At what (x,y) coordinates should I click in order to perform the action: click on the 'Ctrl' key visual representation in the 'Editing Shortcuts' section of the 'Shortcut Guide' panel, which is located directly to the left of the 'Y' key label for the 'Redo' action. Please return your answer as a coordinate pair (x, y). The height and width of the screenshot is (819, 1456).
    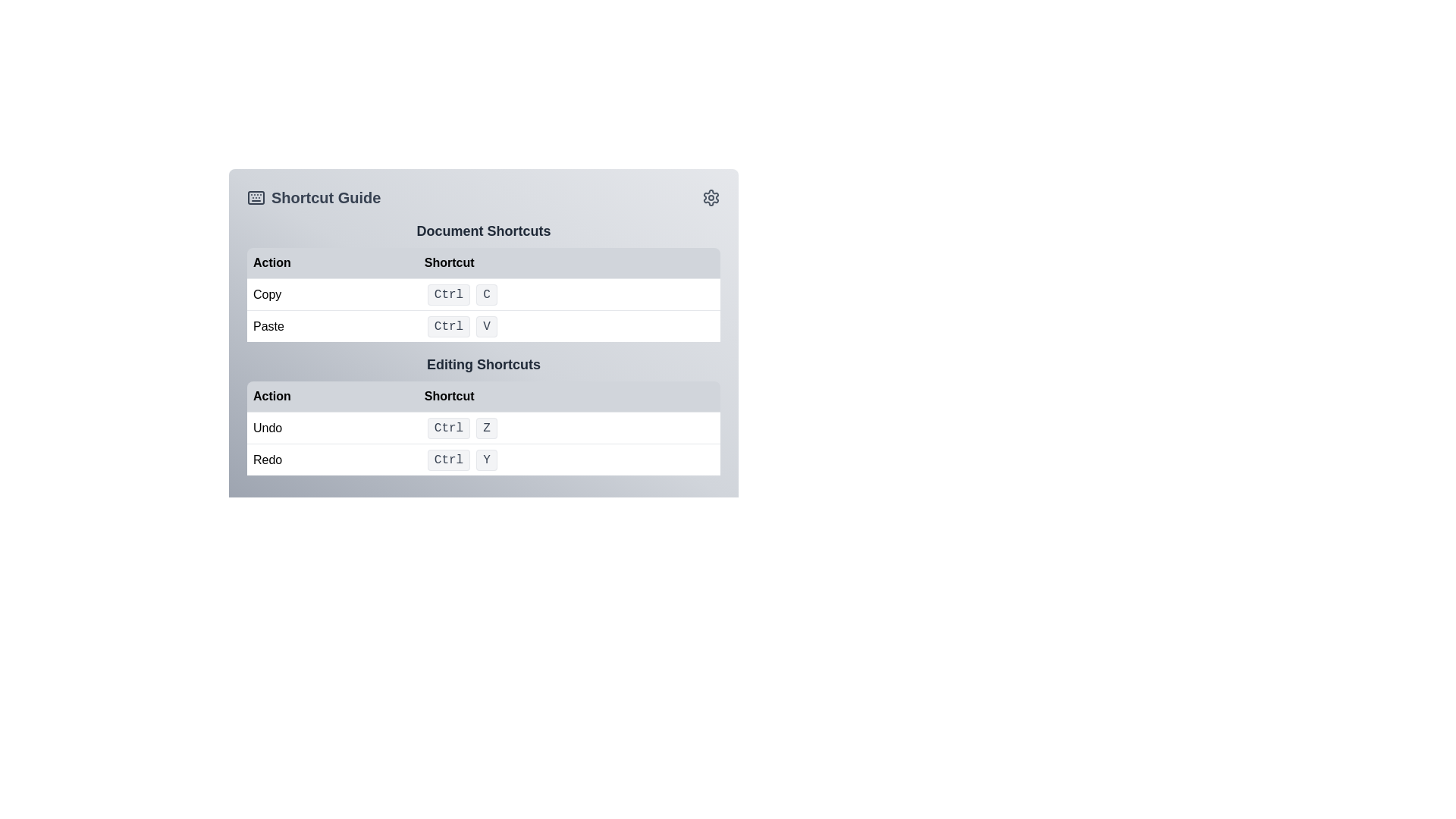
    Looking at the image, I should click on (447, 459).